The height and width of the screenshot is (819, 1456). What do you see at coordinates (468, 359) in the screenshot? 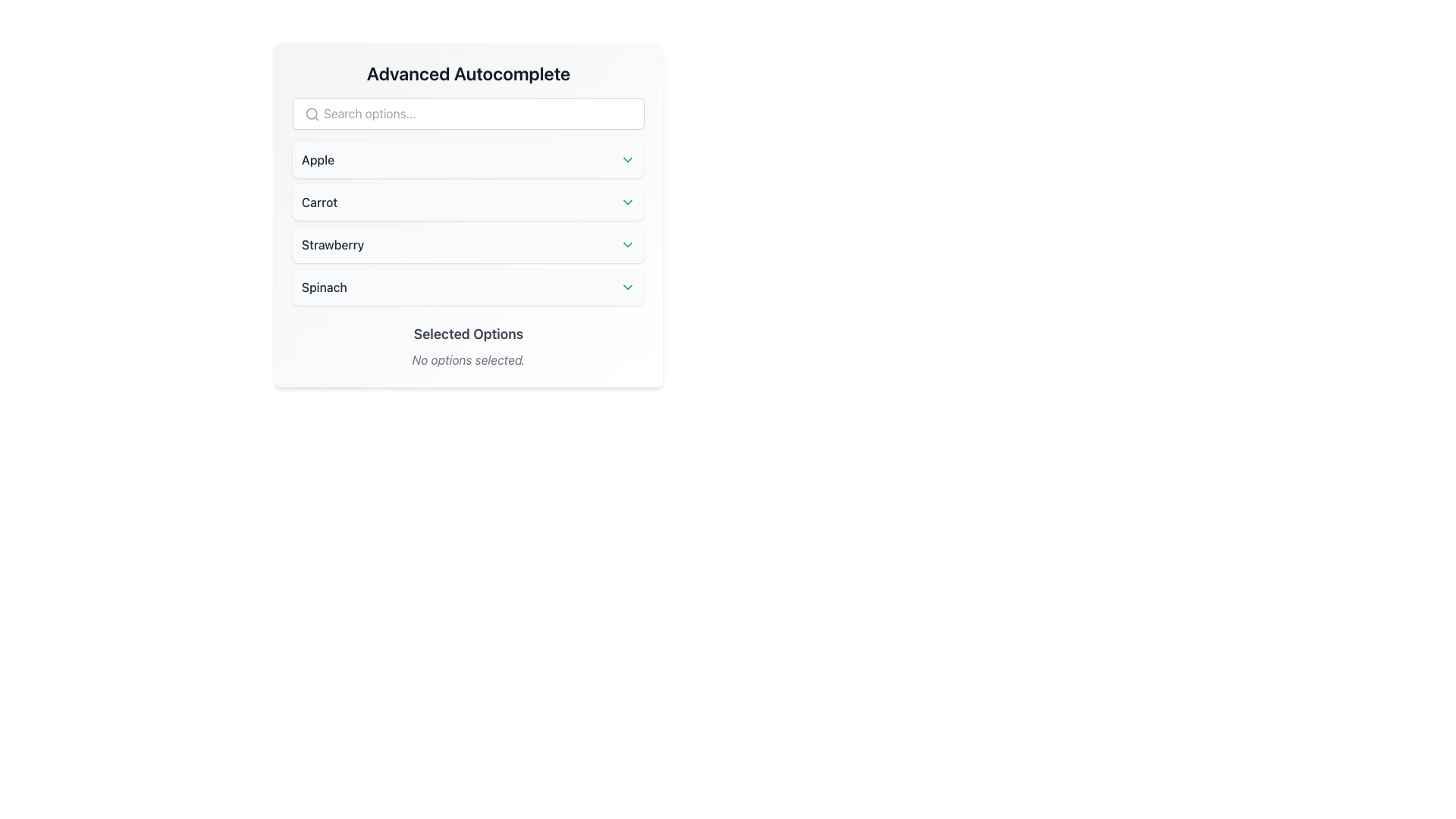
I see `the informational text label located below the 'Selected Options' title` at bounding box center [468, 359].